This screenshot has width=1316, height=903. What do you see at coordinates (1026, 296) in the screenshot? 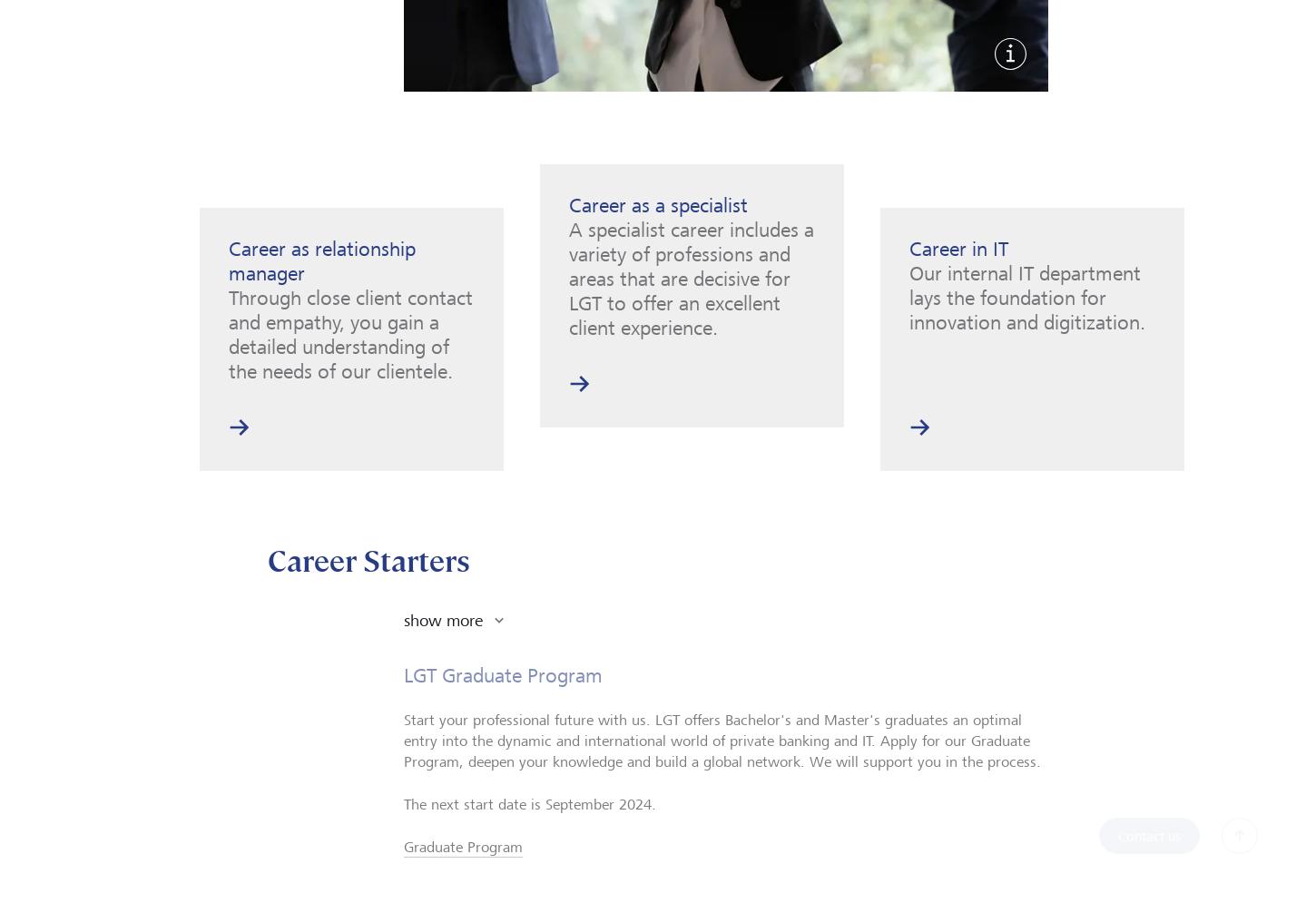
I see `'Our internal IT department lays the foundation for innovation and digitization.'` at bounding box center [1026, 296].